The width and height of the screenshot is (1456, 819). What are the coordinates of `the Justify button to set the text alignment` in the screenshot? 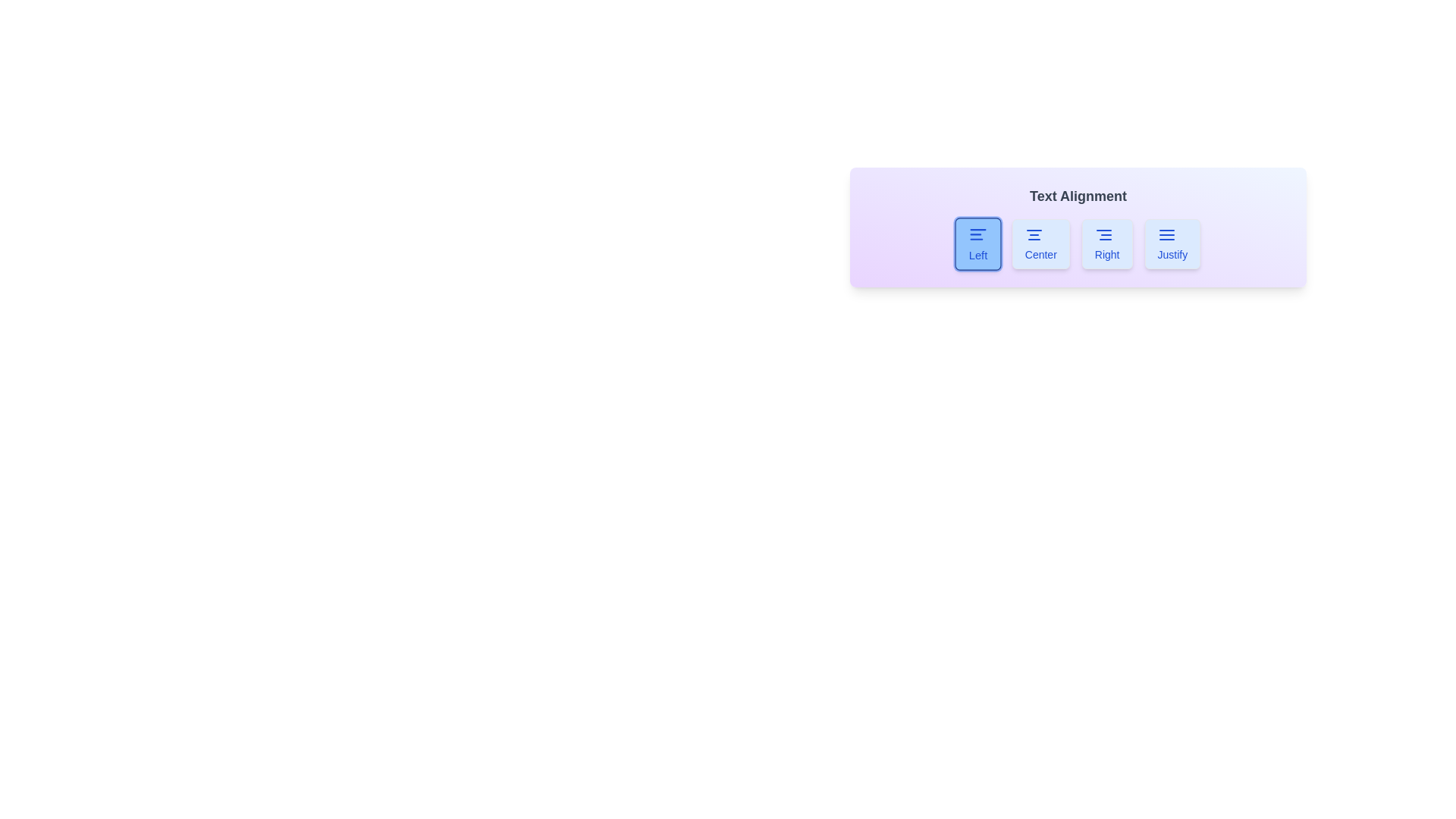 It's located at (1172, 243).